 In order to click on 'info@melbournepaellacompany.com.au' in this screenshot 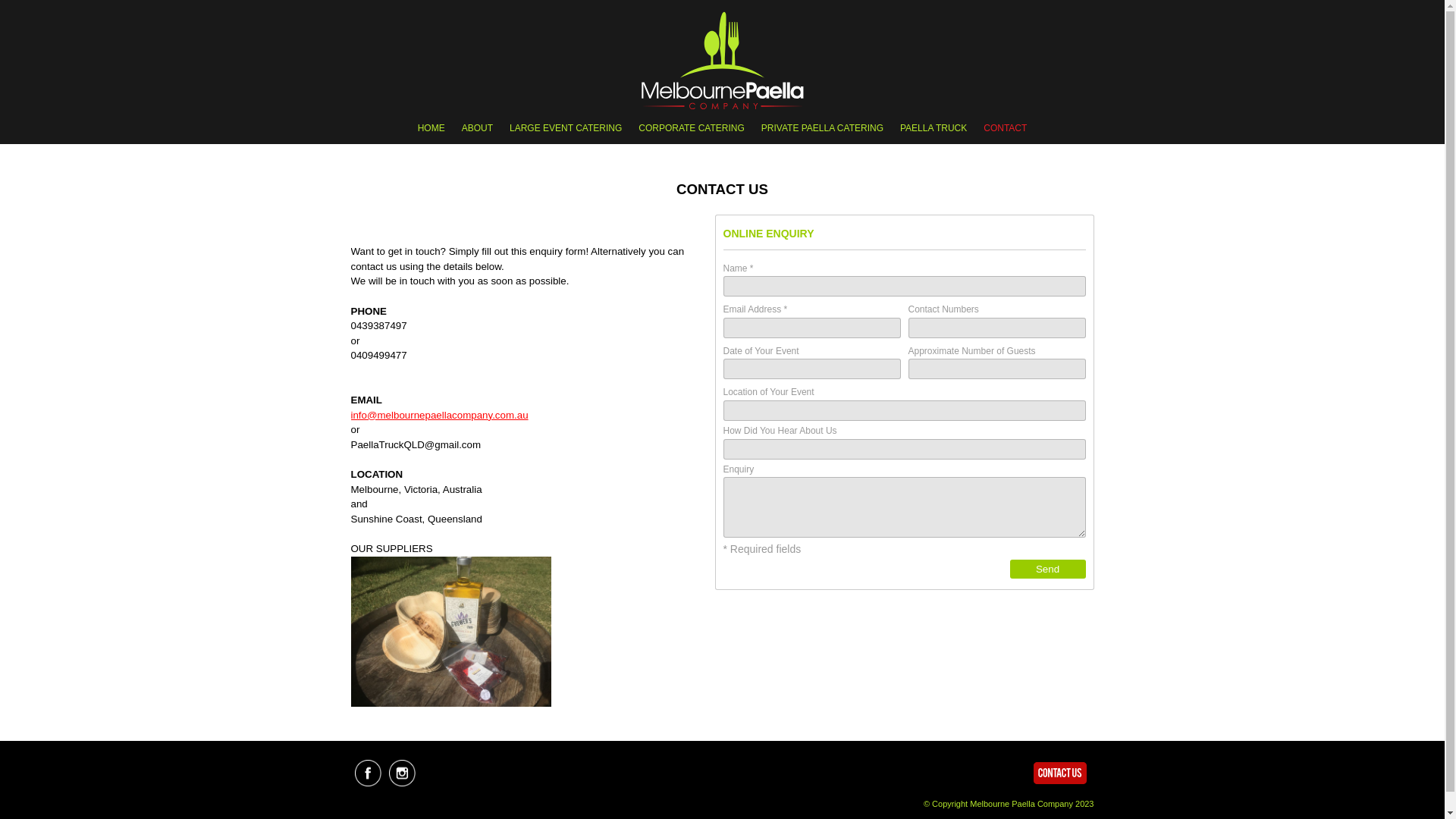, I will do `click(438, 415)`.